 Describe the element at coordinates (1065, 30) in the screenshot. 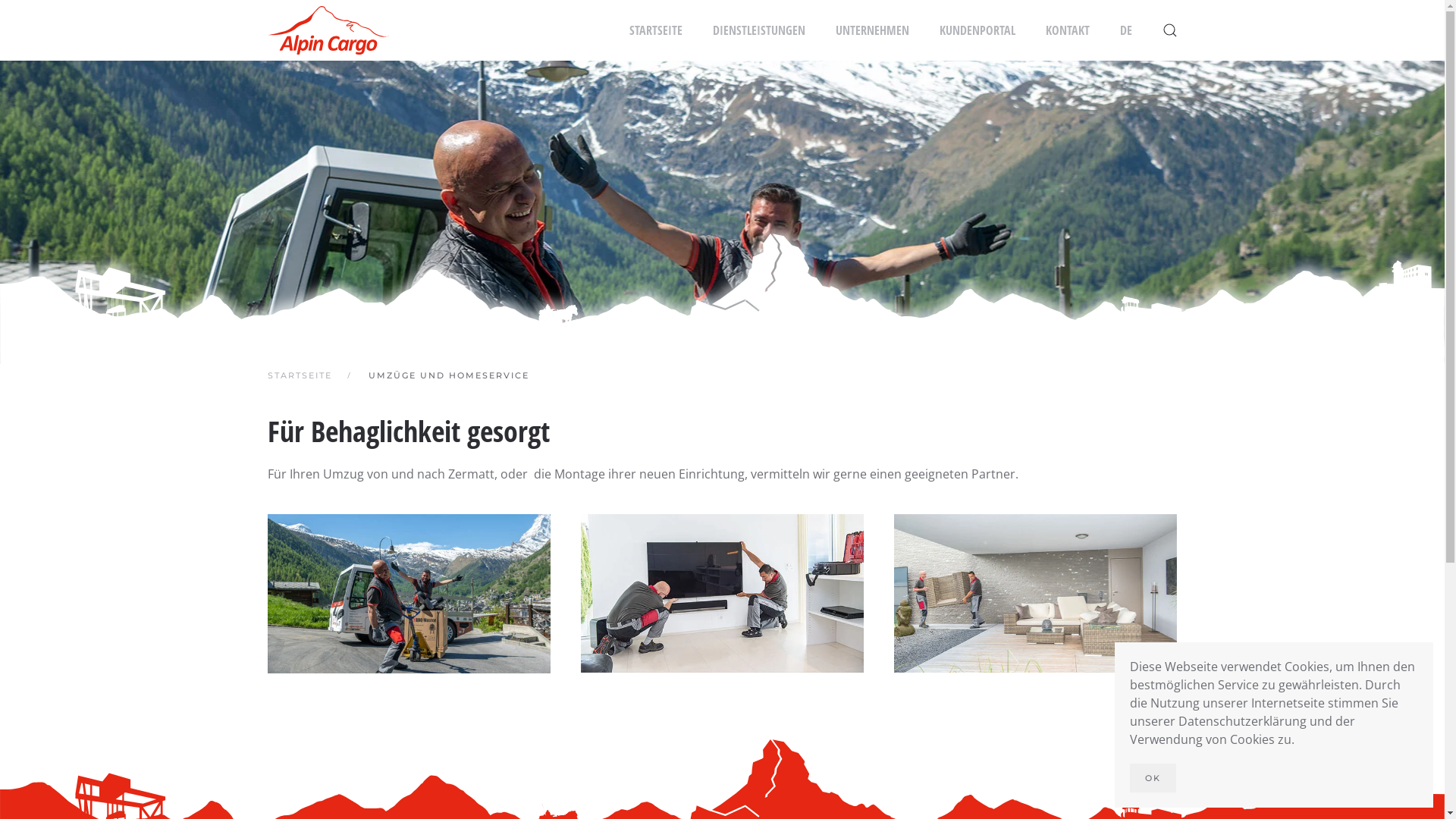

I see `'KONTAKT'` at that location.